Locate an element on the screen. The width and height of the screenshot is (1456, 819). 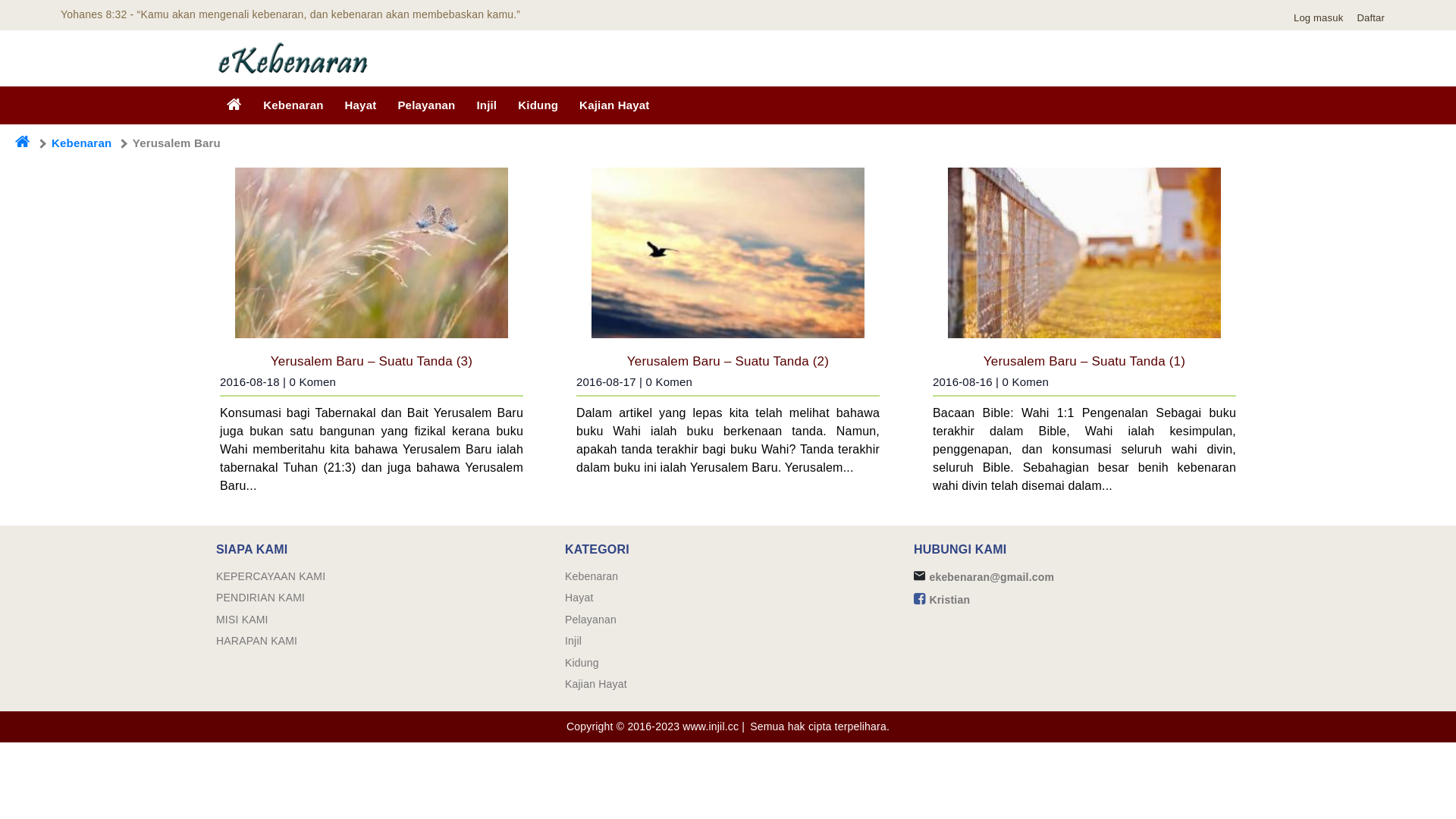
'Kebenaran' is located at coordinates (590, 576).